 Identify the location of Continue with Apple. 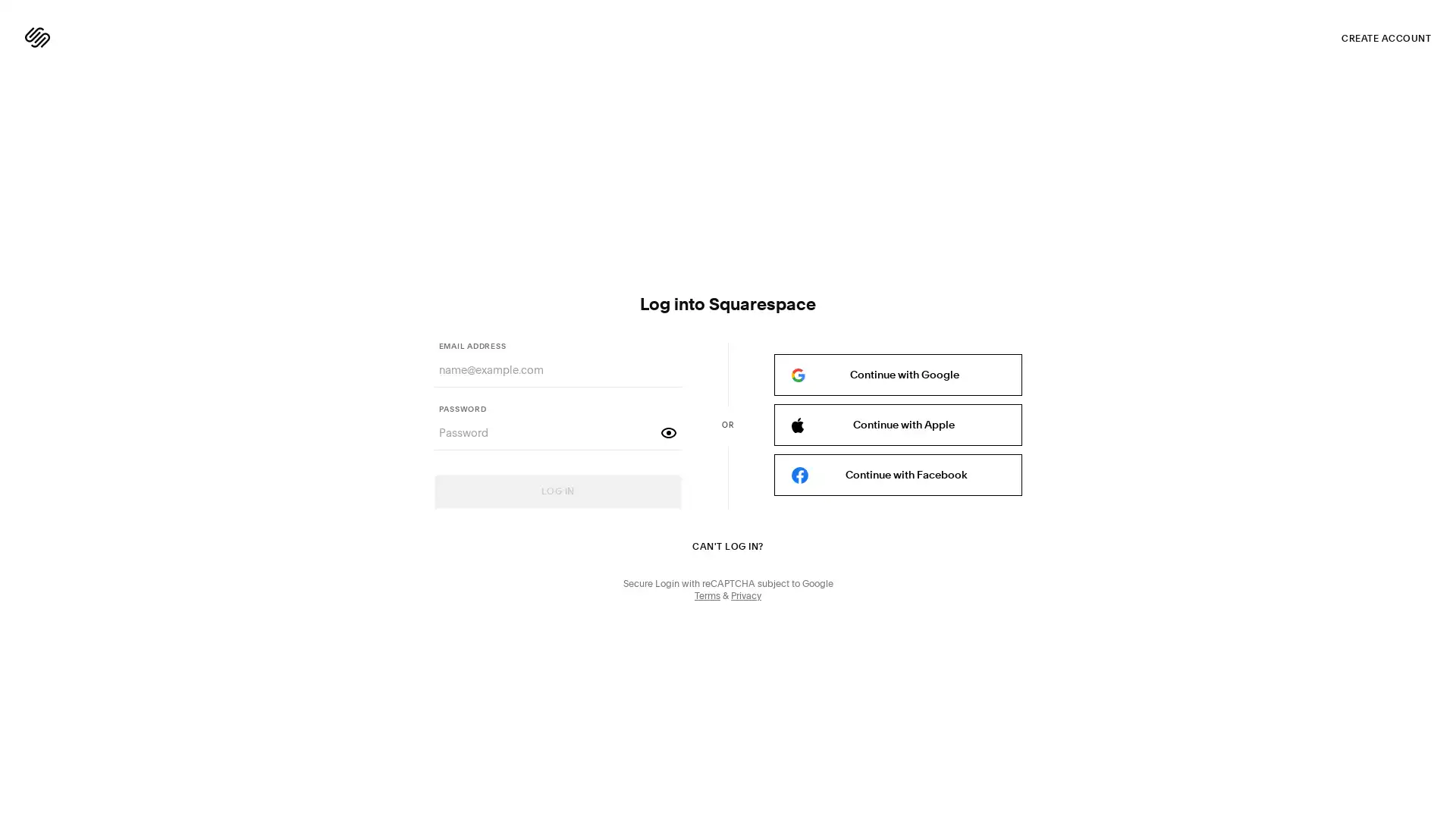
(897, 425).